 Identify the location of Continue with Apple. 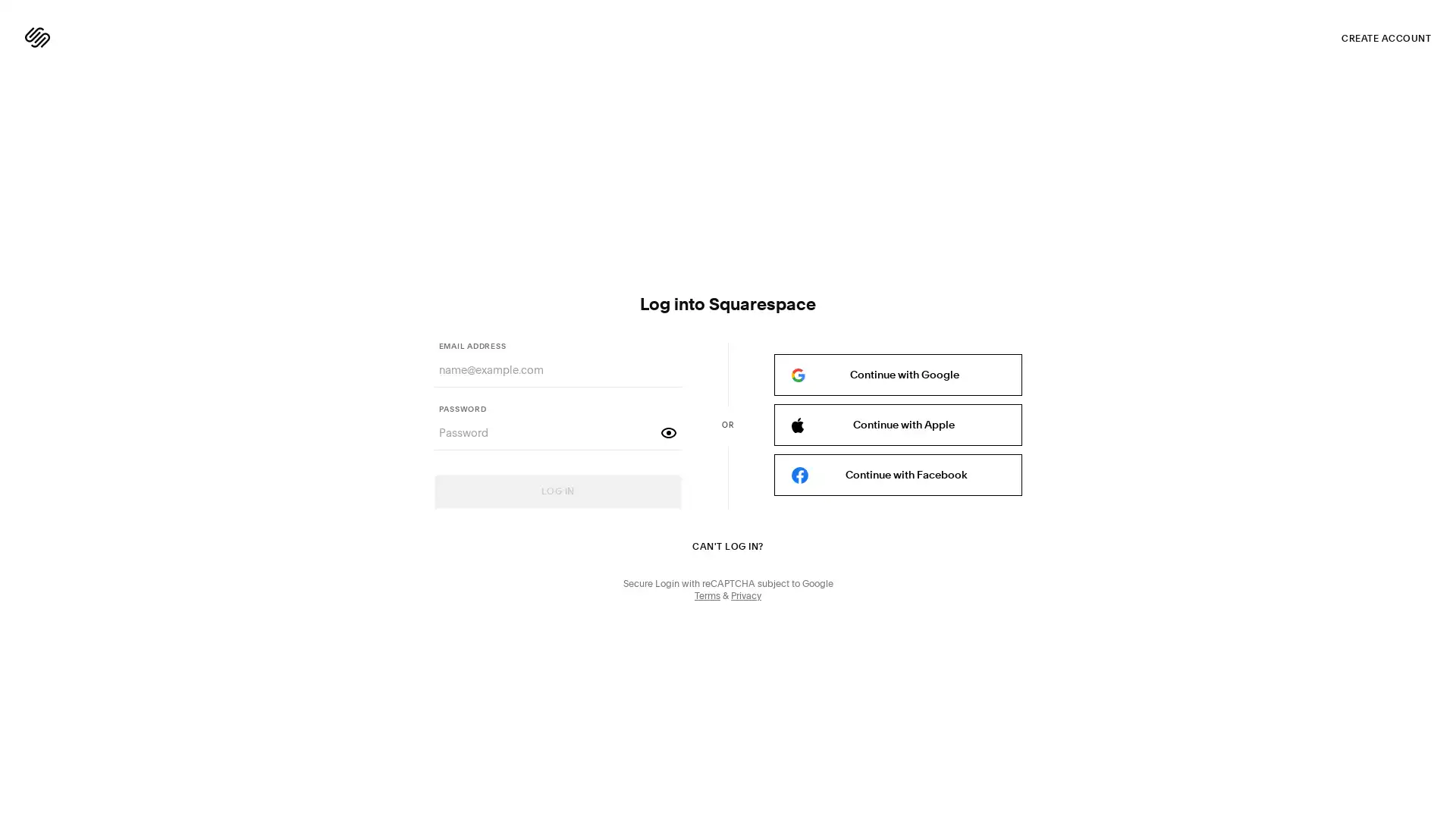
(897, 425).